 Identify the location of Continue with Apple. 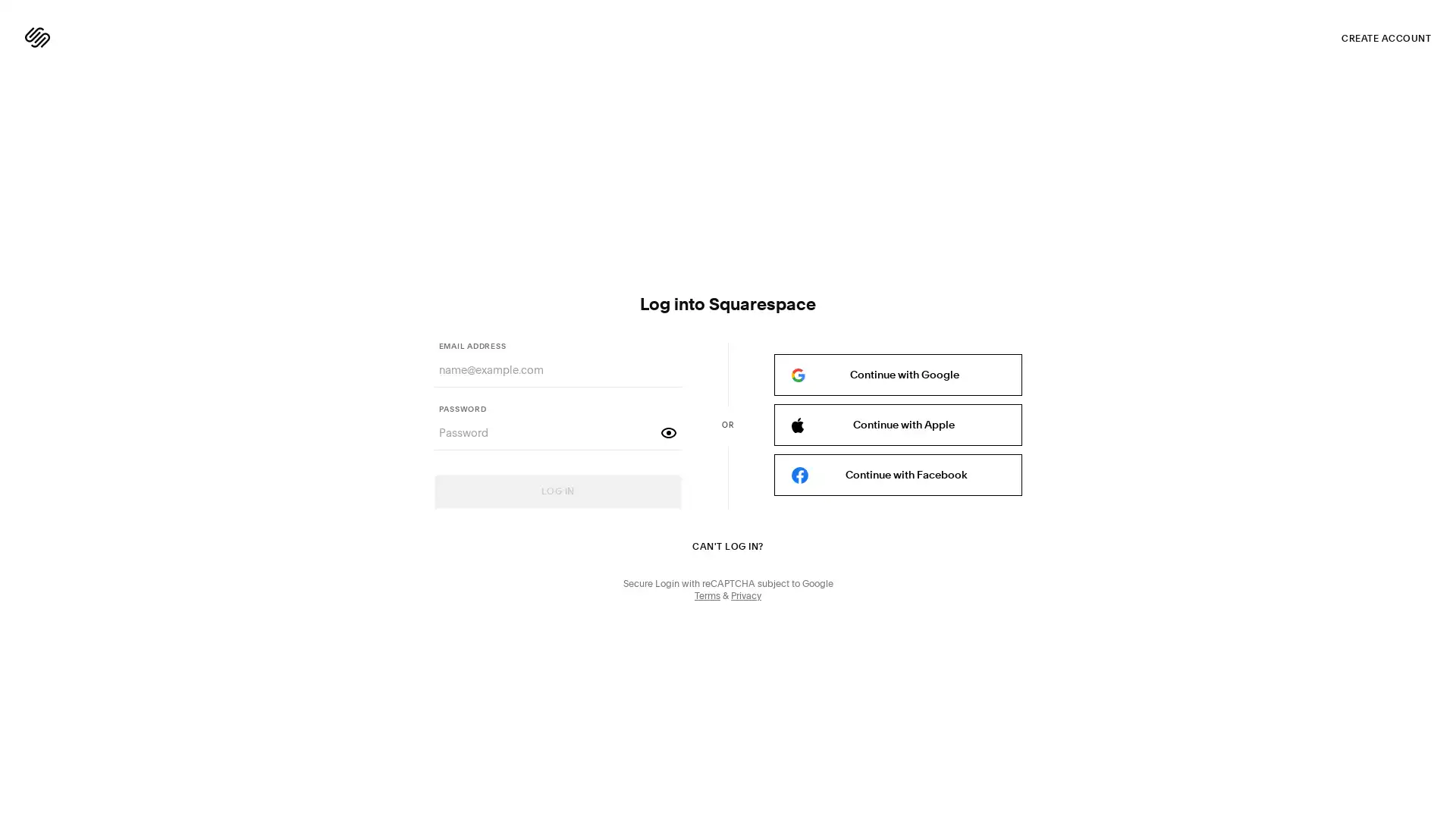
(897, 425).